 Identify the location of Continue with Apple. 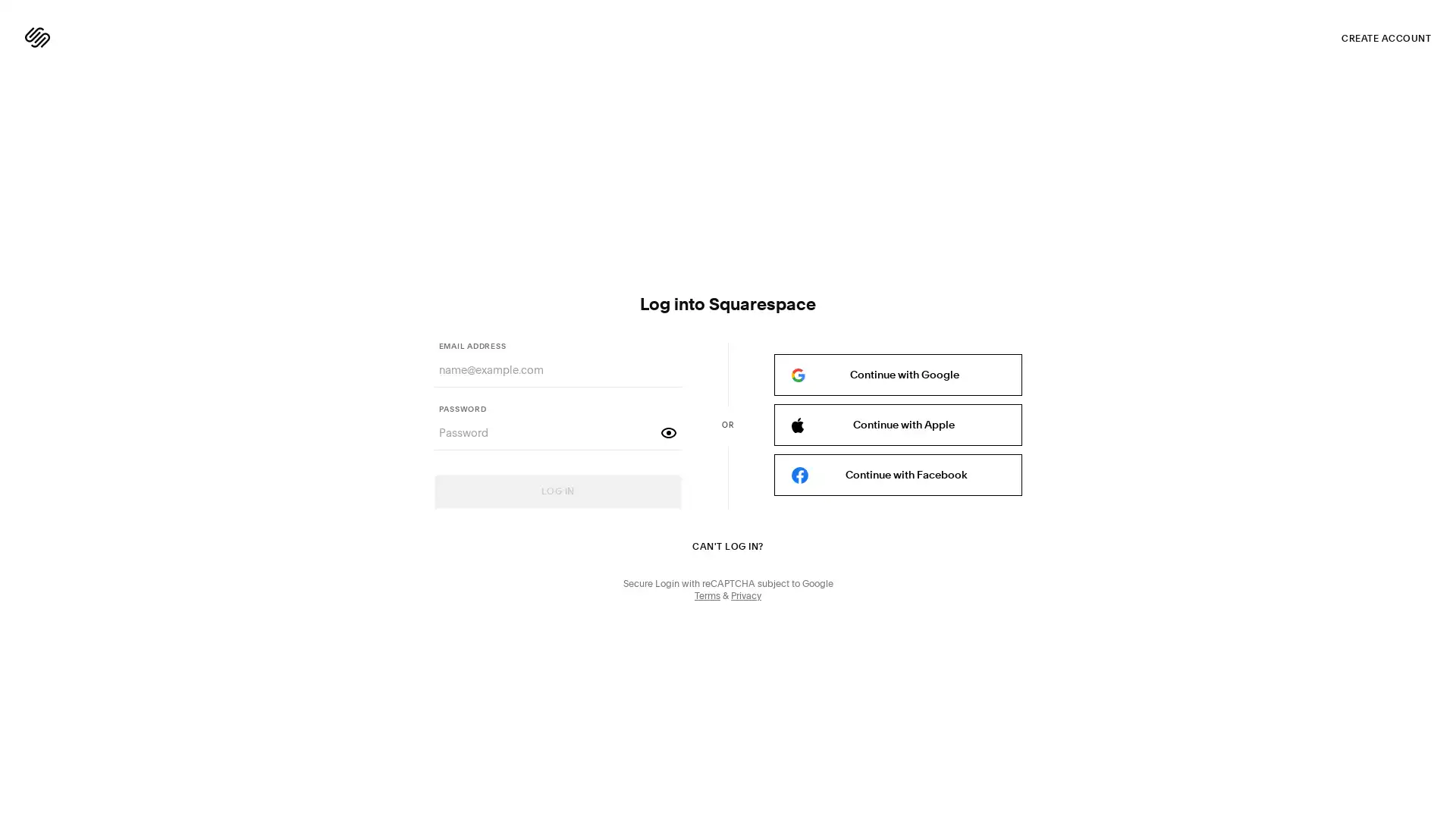
(897, 425).